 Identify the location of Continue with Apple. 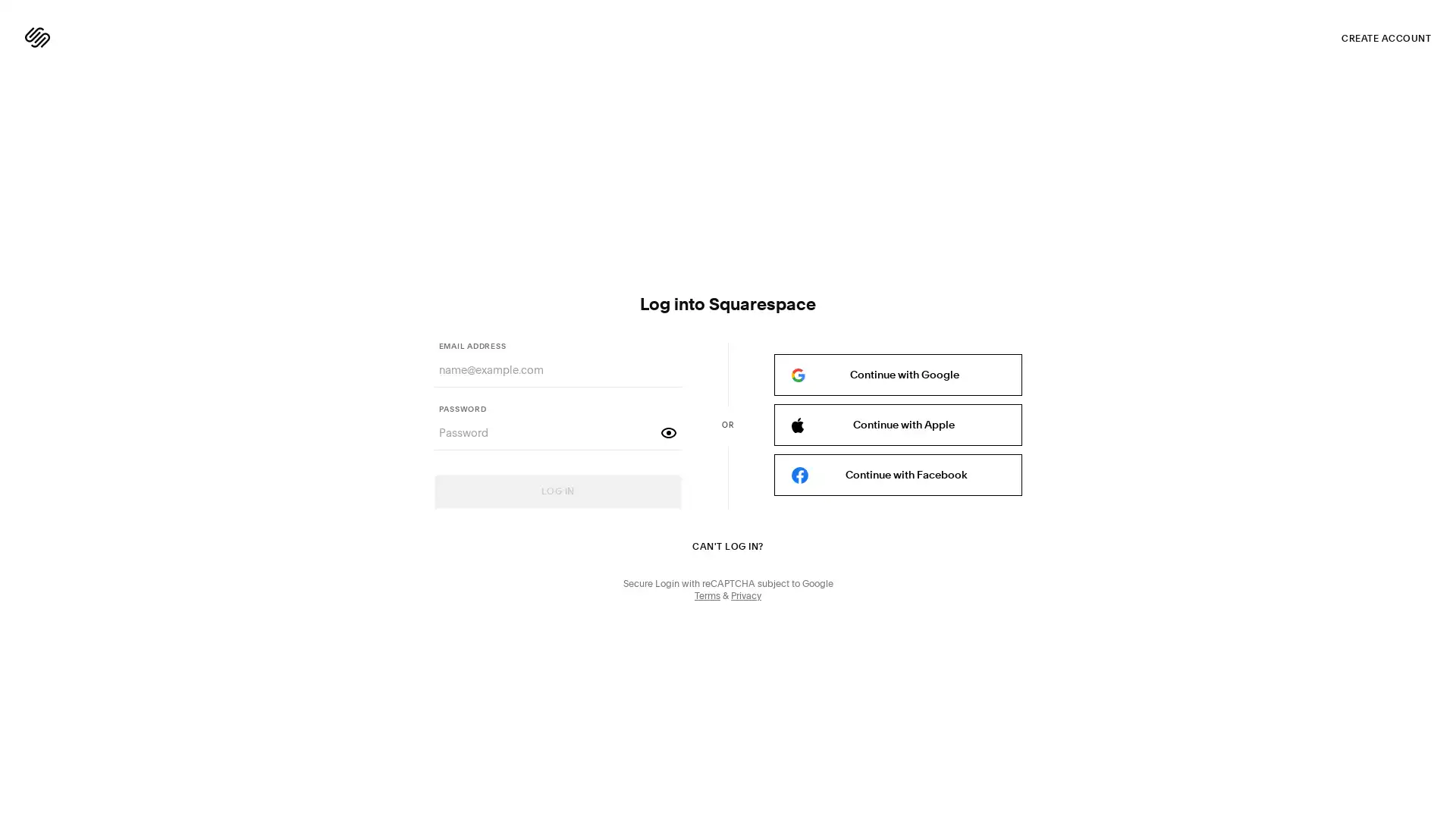
(897, 425).